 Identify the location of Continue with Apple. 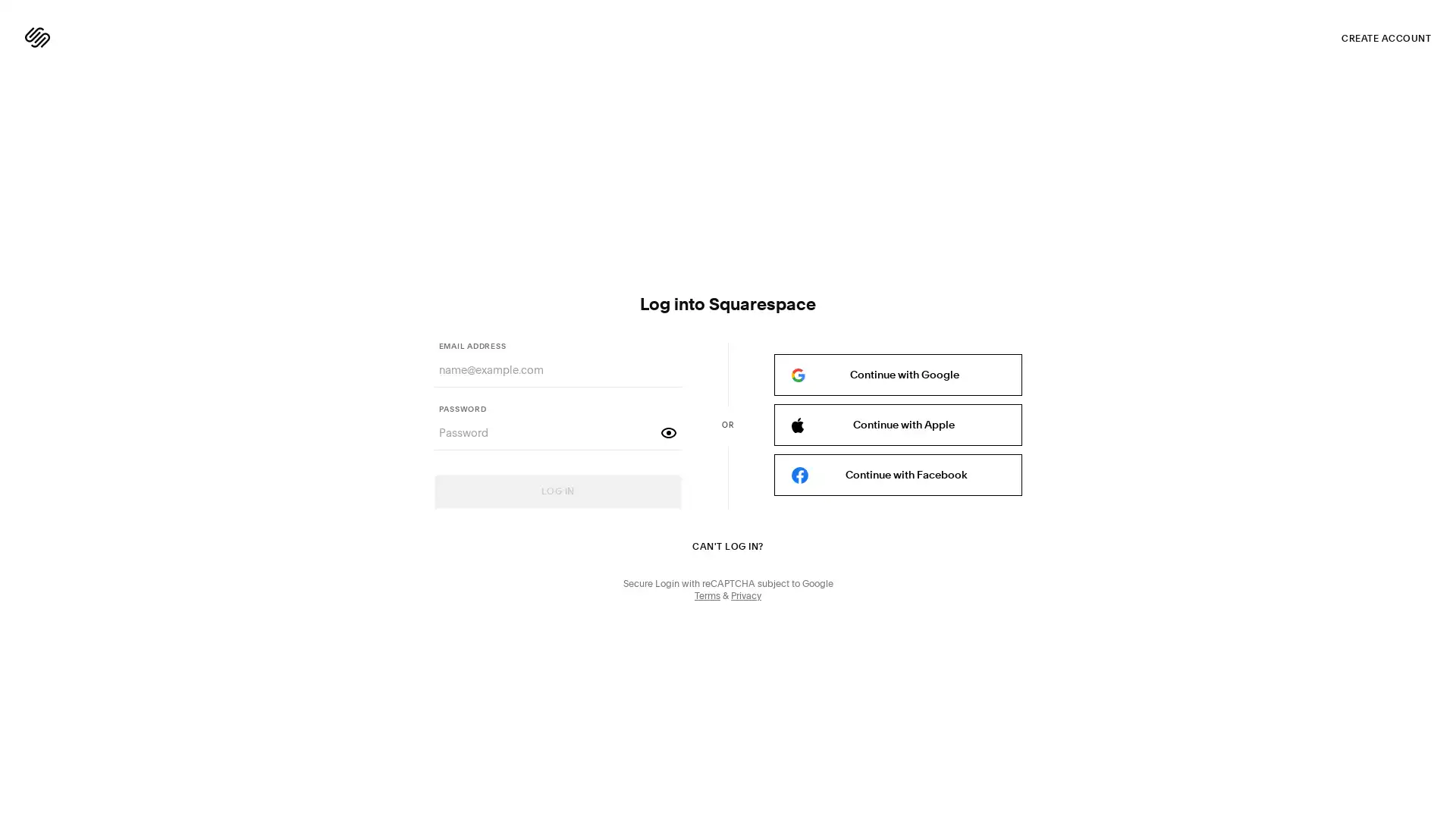
(897, 425).